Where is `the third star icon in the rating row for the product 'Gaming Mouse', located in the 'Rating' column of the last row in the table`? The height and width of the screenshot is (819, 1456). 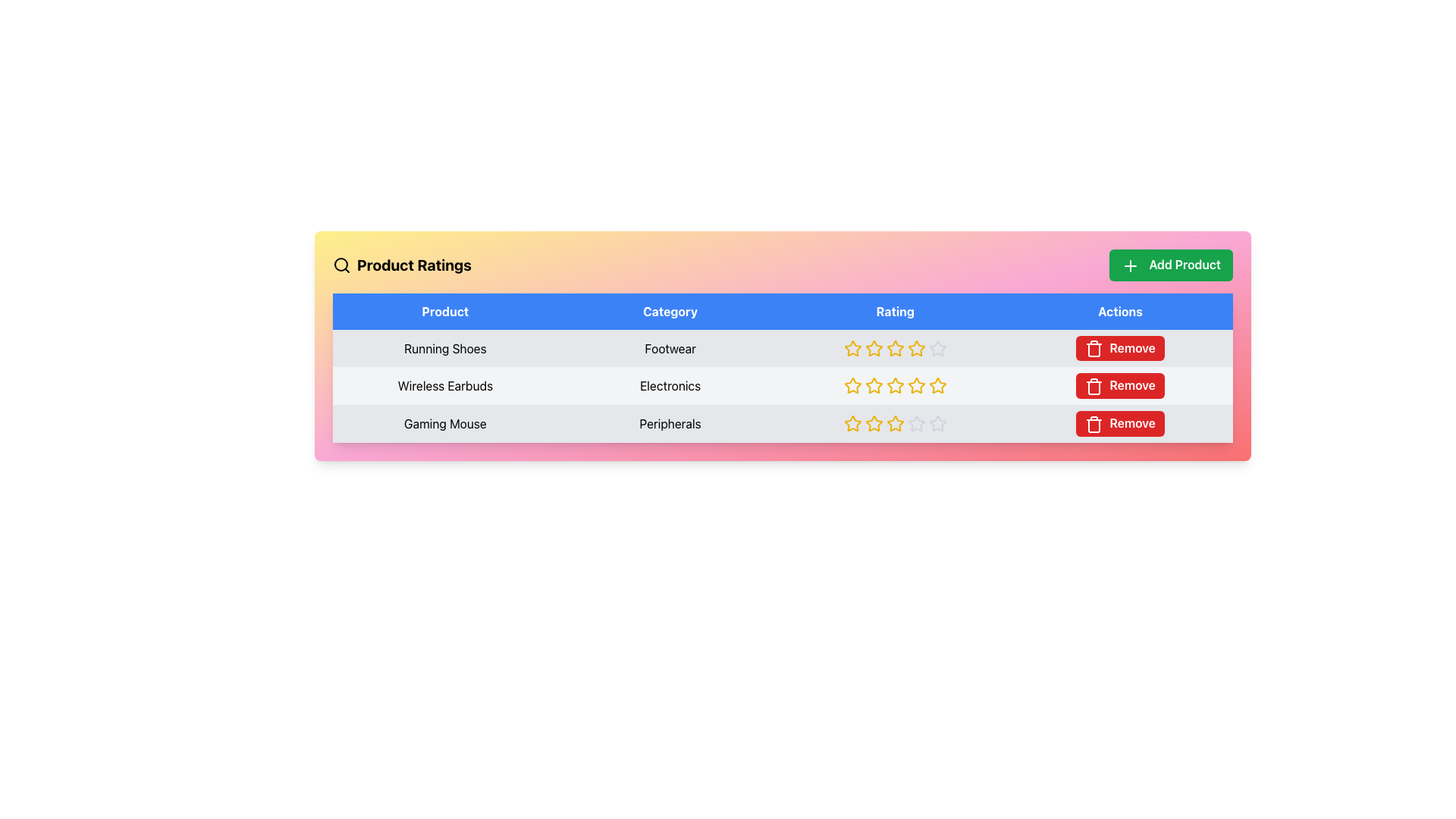 the third star icon in the rating row for the product 'Gaming Mouse', located in the 'Rating' column of the last row in the table is located at coordinates (874, 424).